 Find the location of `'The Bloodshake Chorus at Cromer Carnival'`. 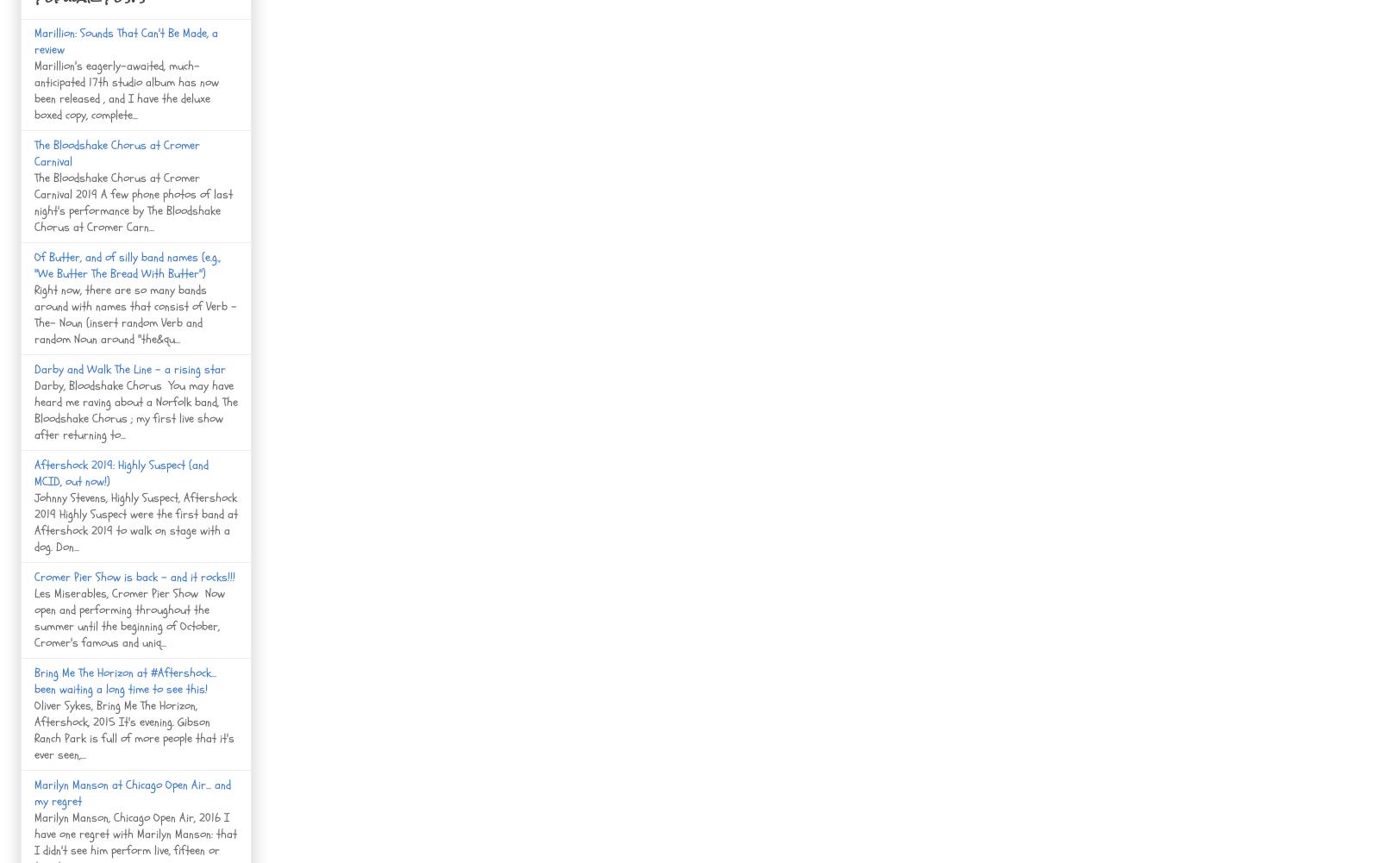

'The Bloodshake Chorus at Cromer Carnival' is located at coordinates (116, 152).